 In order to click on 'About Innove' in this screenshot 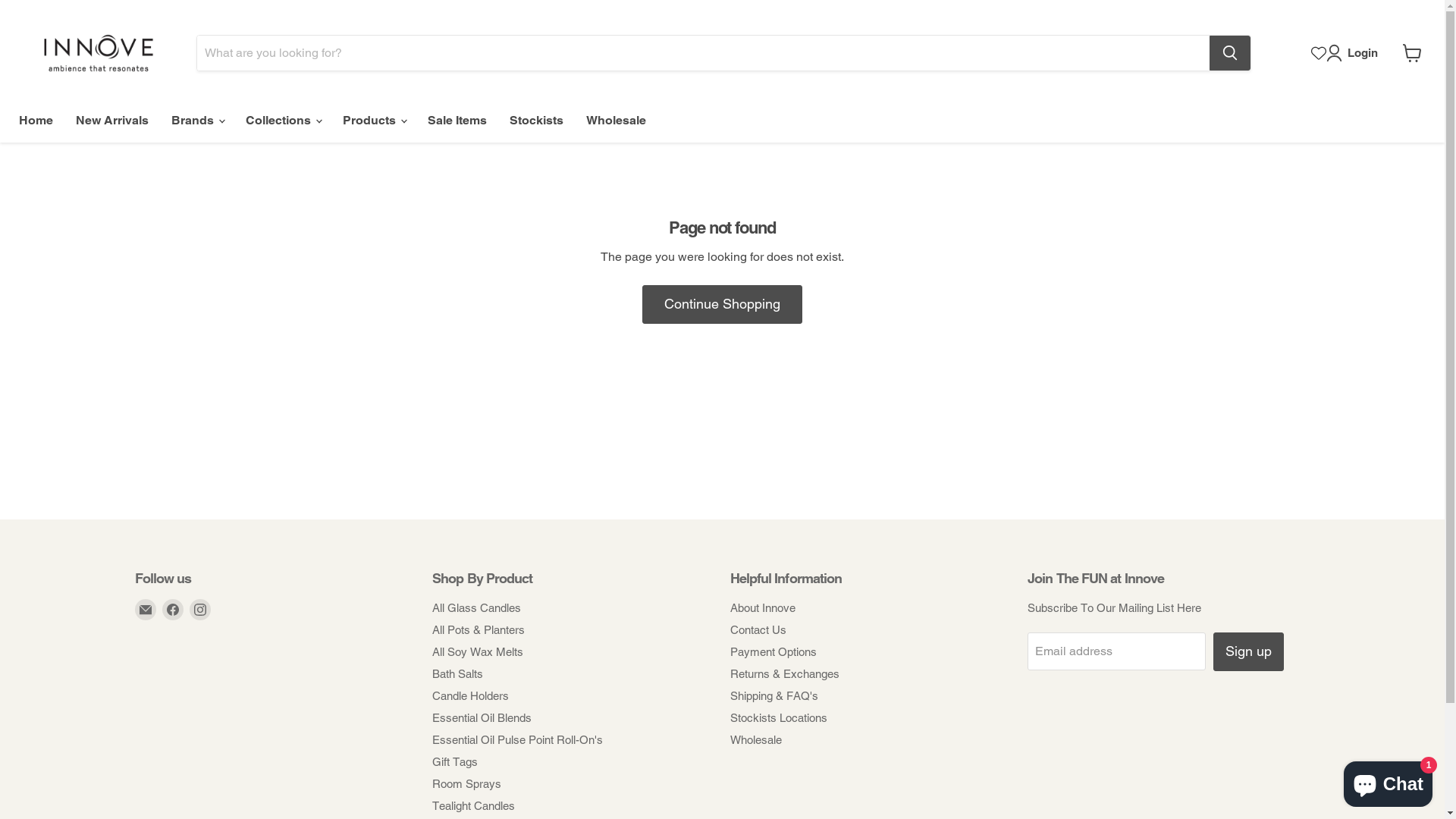, I will do `click(761, 607)`.